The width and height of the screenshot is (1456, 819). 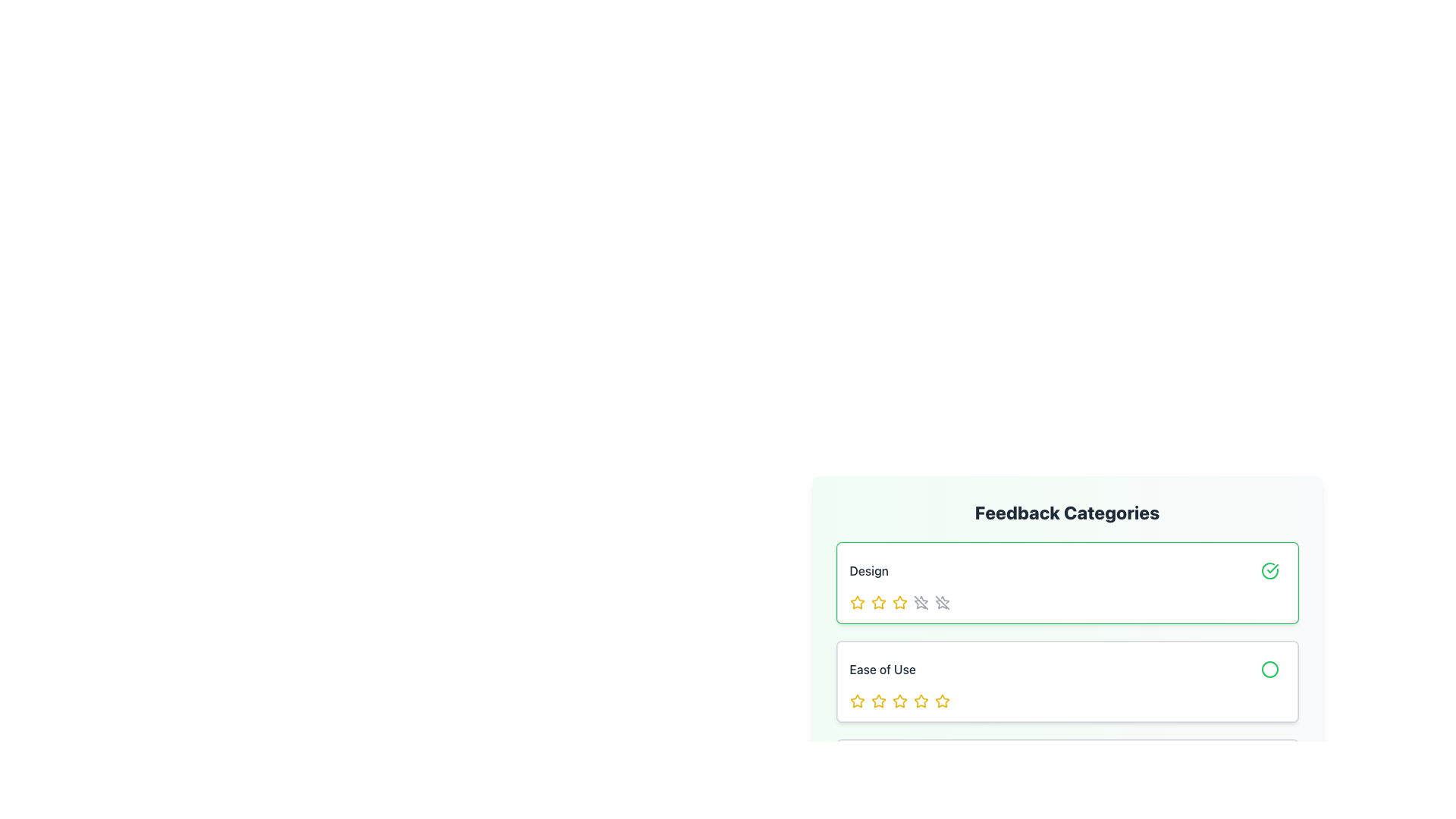 I want to click on the fifth star icon in the 'Feedback Categories' section, which is part of the 'Design' category and appears grayed out, indicating inactivity, so click(x=941, y=601).